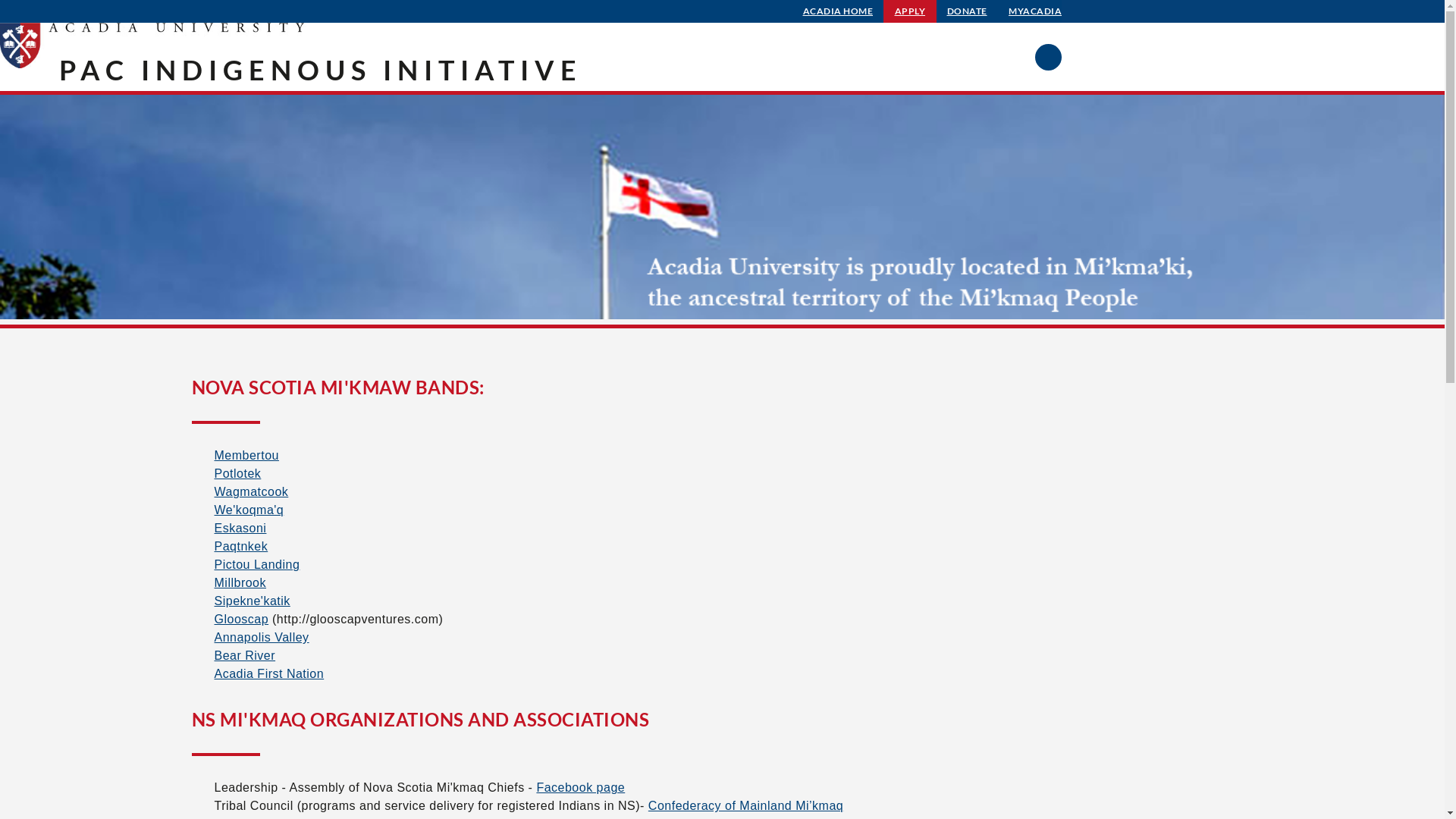 The width and height of the screenshot is (1456, 819). What do you see at coordinates (319, 70) in the screenshot?
I see `'PAC INDIGENOUS INITIATIVE'` at bounding box center [319, 70].